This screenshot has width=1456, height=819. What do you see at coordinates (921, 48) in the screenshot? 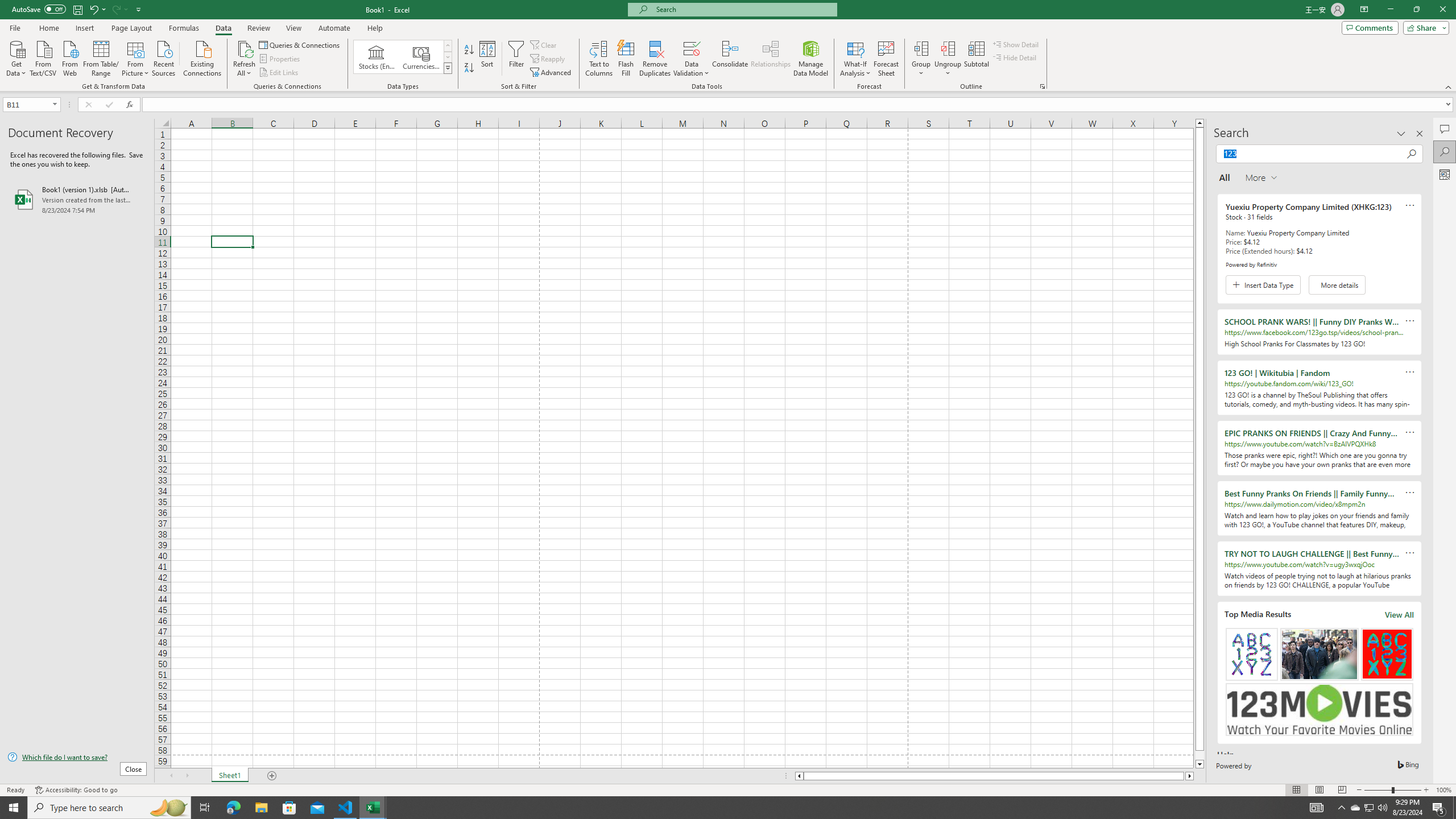
I see `'Group...'` at bounding box center [921, 48].